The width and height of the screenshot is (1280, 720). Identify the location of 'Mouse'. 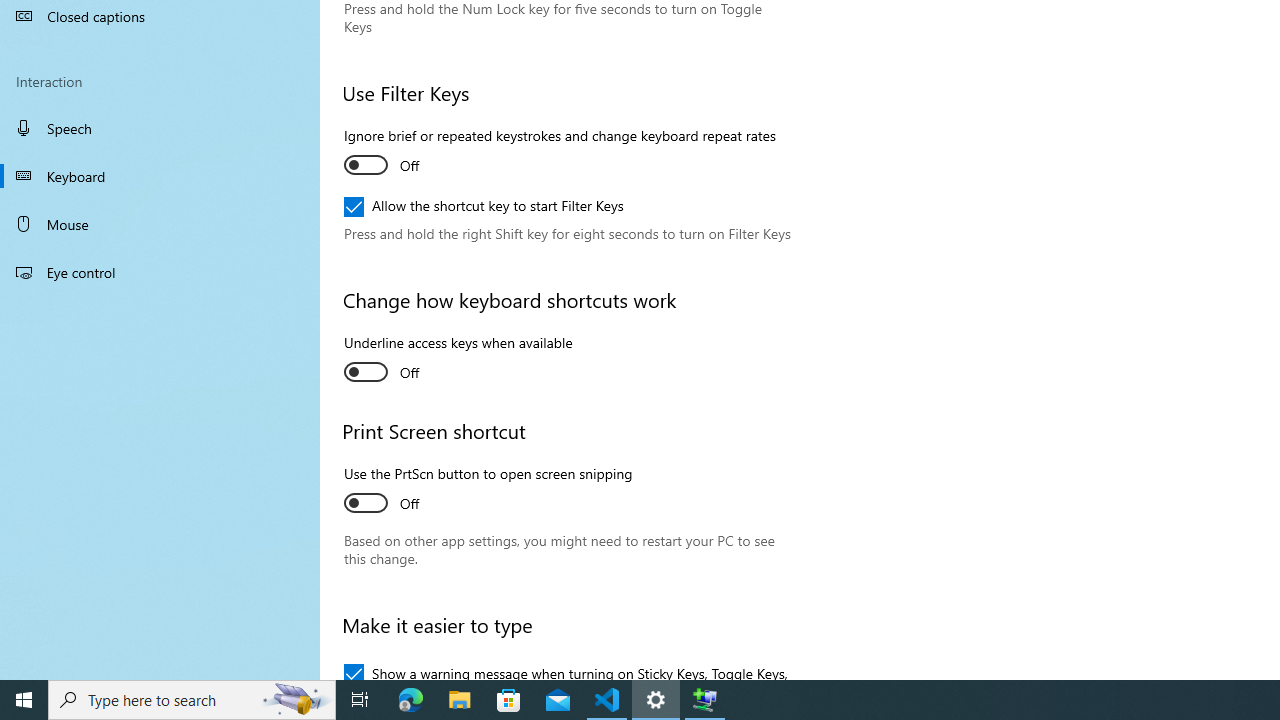
(160, 223).